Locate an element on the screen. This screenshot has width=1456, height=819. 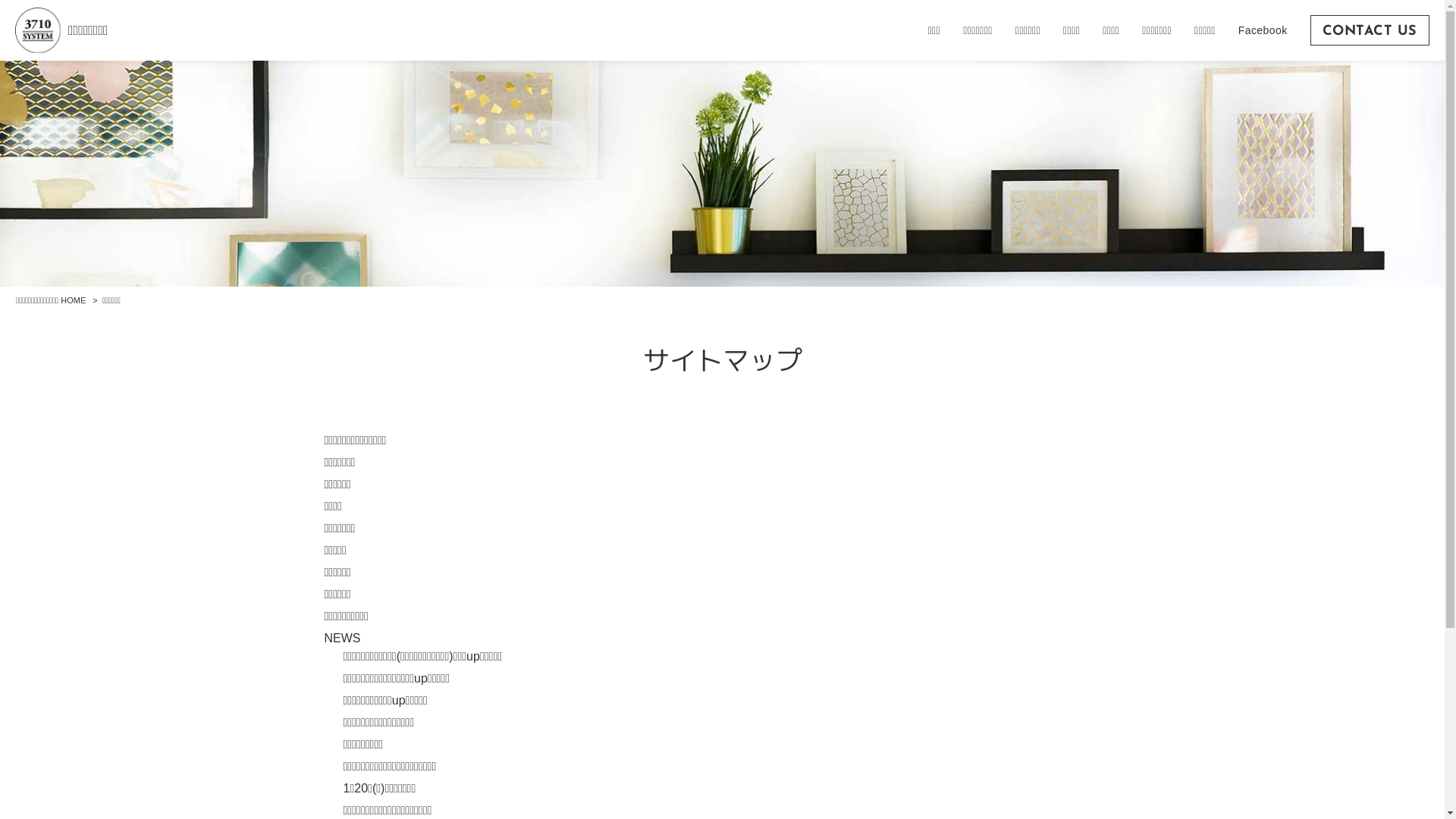
'Facebook' is located at coordinates (1263, 30).